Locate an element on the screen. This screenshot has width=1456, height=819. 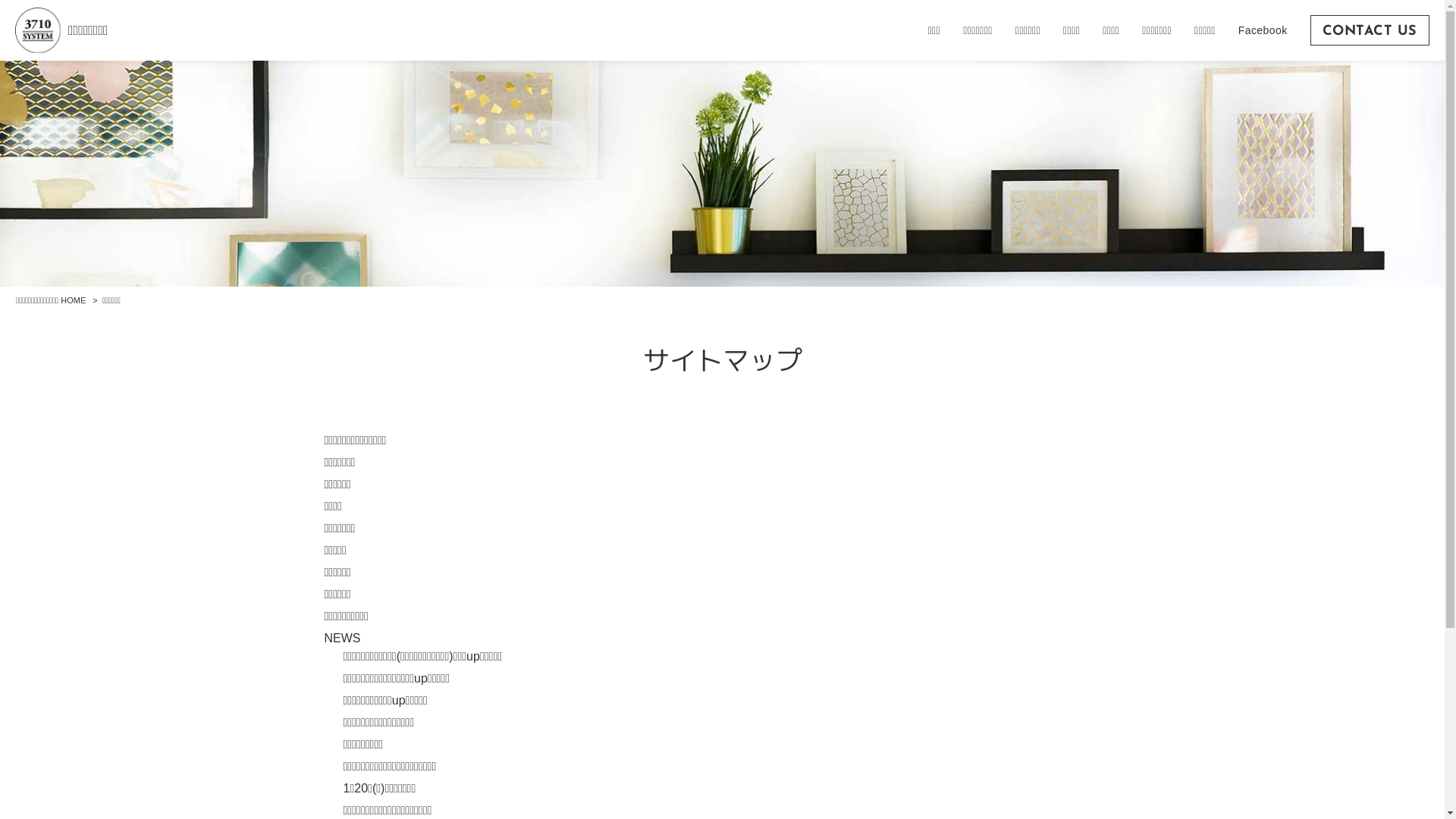
'Facebook' is located at coordinates (1263, 30).